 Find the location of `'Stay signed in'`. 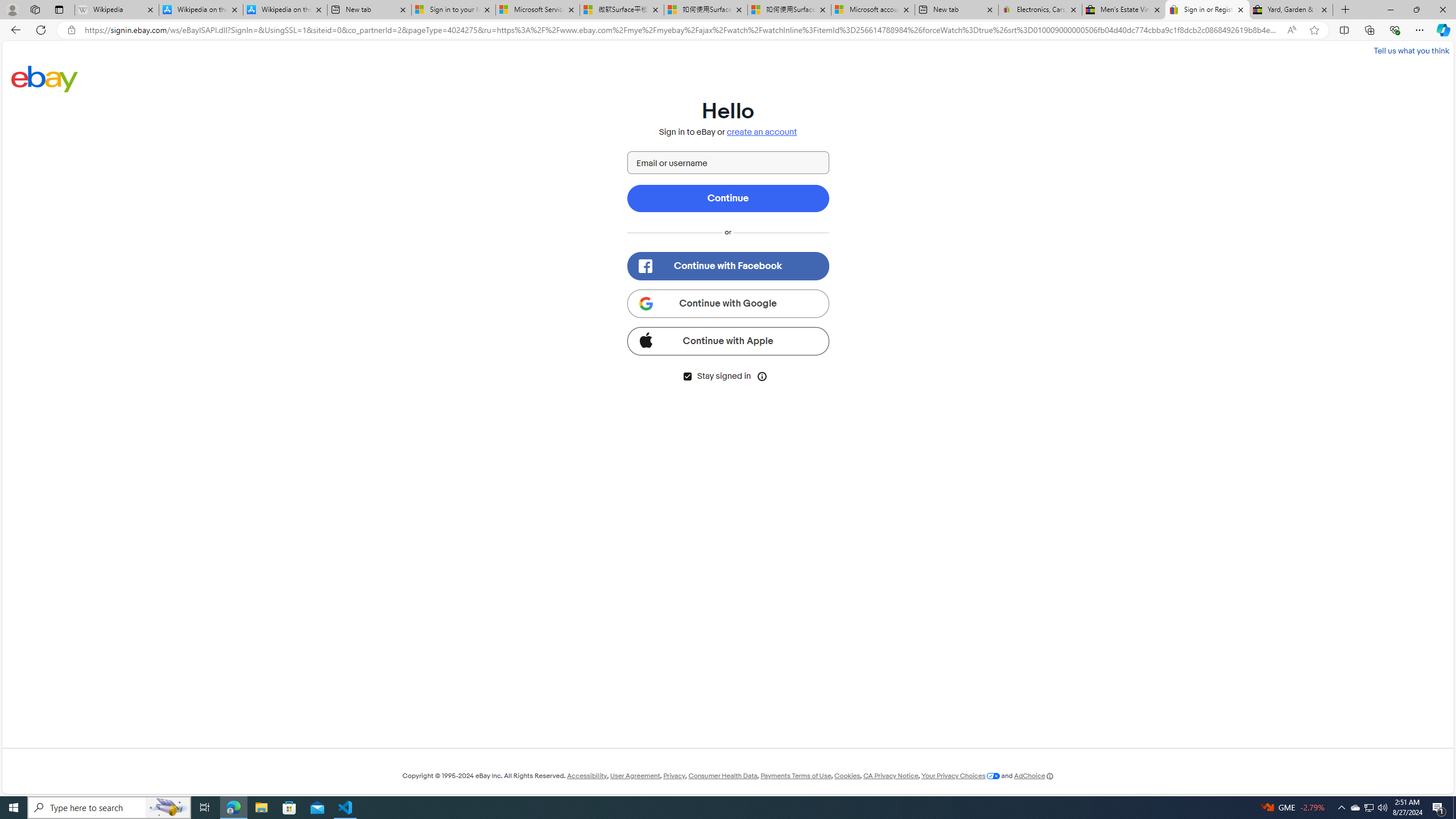

'Stay signed in' is located at coordinates (686, 375).